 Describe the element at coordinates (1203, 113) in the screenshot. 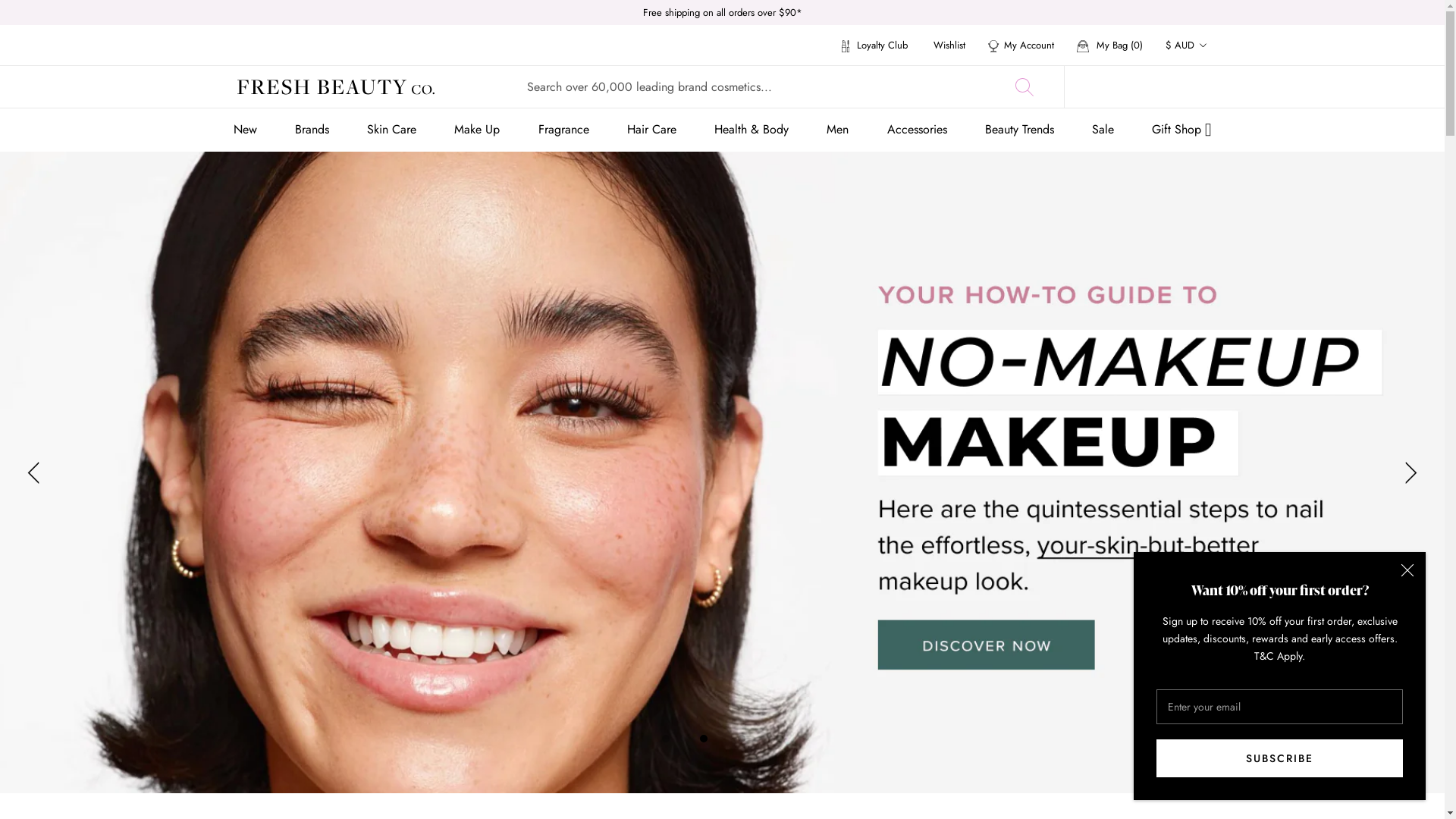

I see `'GBP'` at that location.